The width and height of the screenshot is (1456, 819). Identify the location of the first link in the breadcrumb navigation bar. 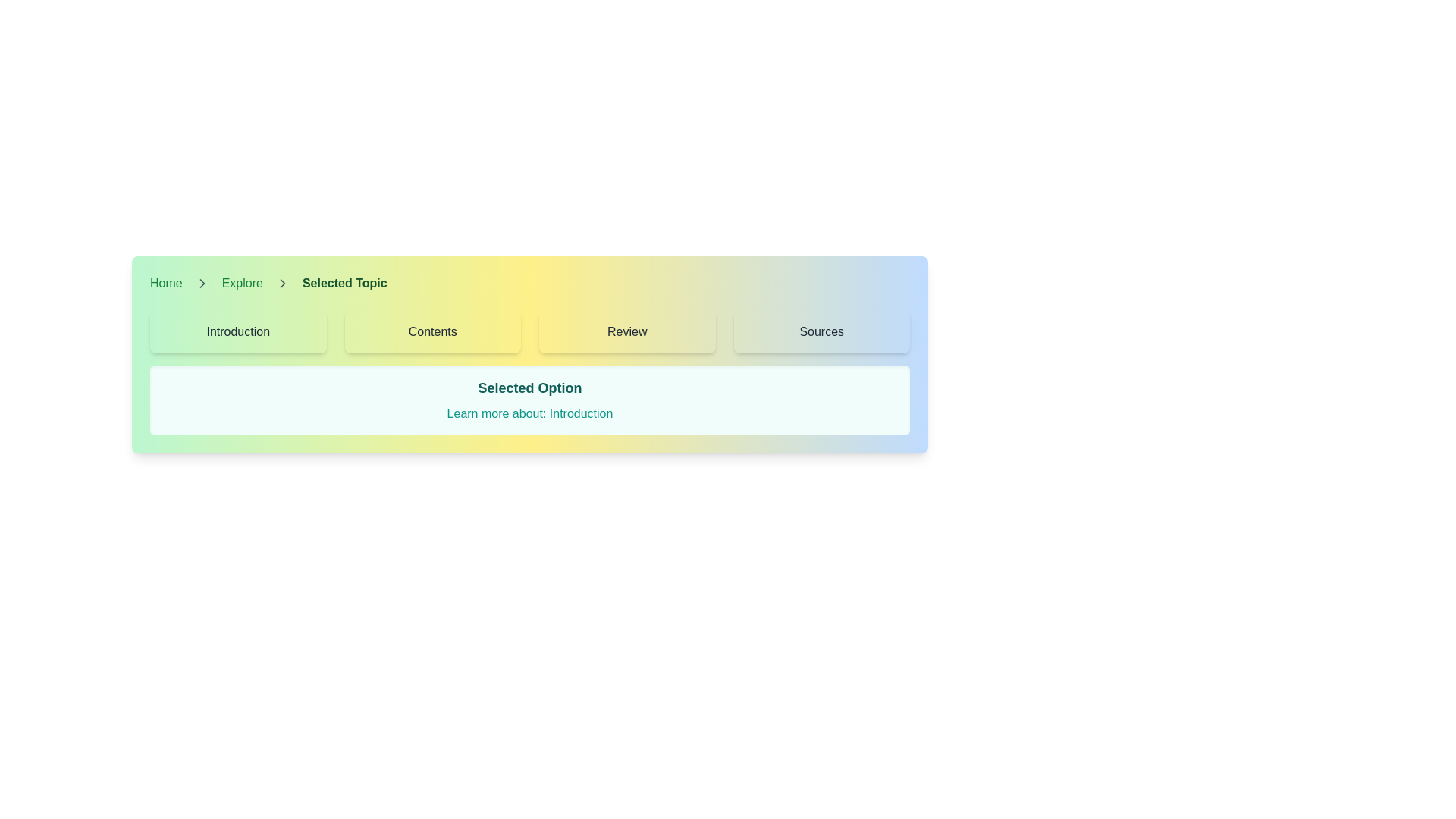
(166, 284).